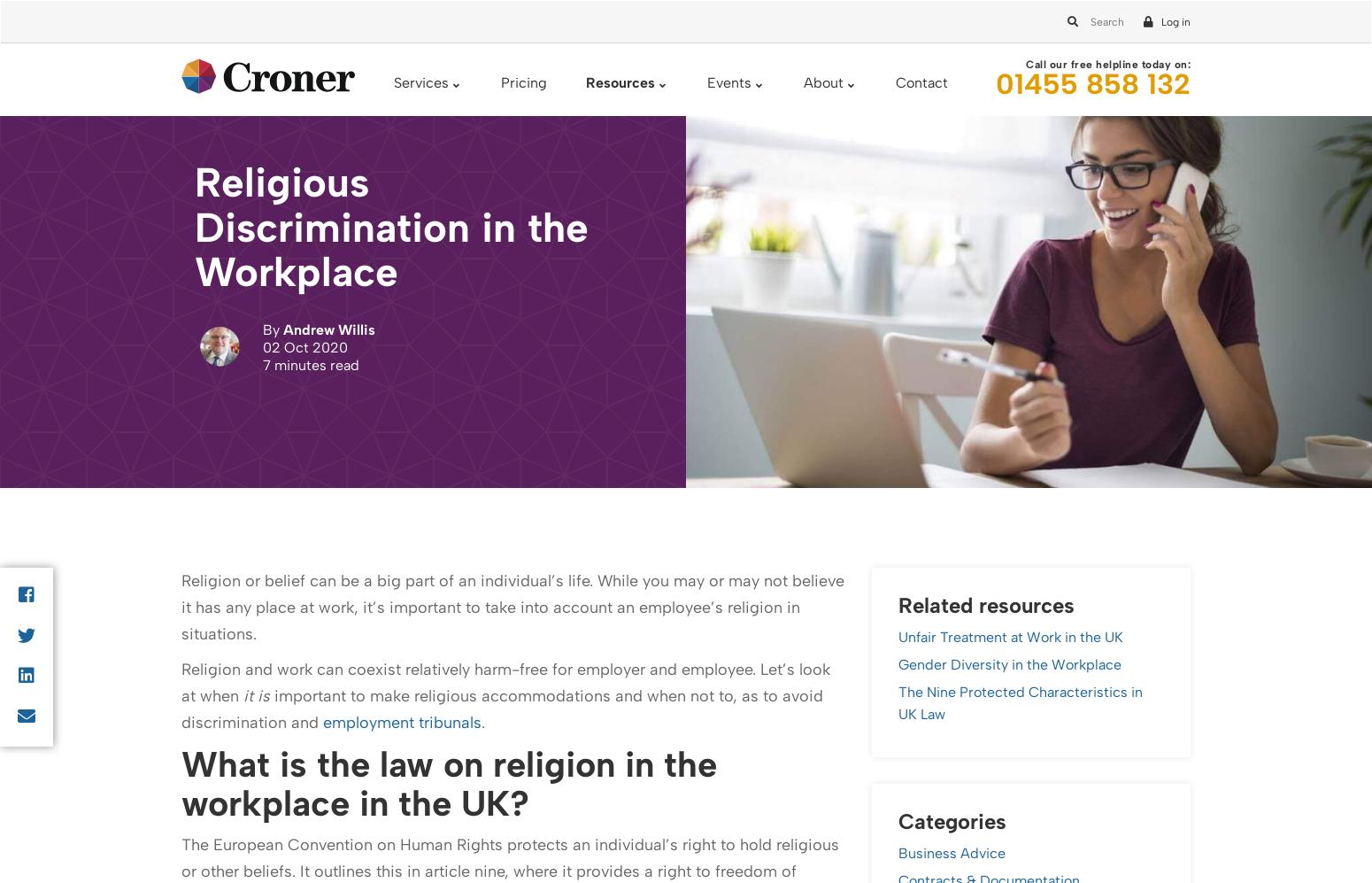 This screenshot has width=1372, height=883. Describe the element at coordinates (411, 676) in the screenshot. I see `'Gender Diversity in the Workplace'` at that location.